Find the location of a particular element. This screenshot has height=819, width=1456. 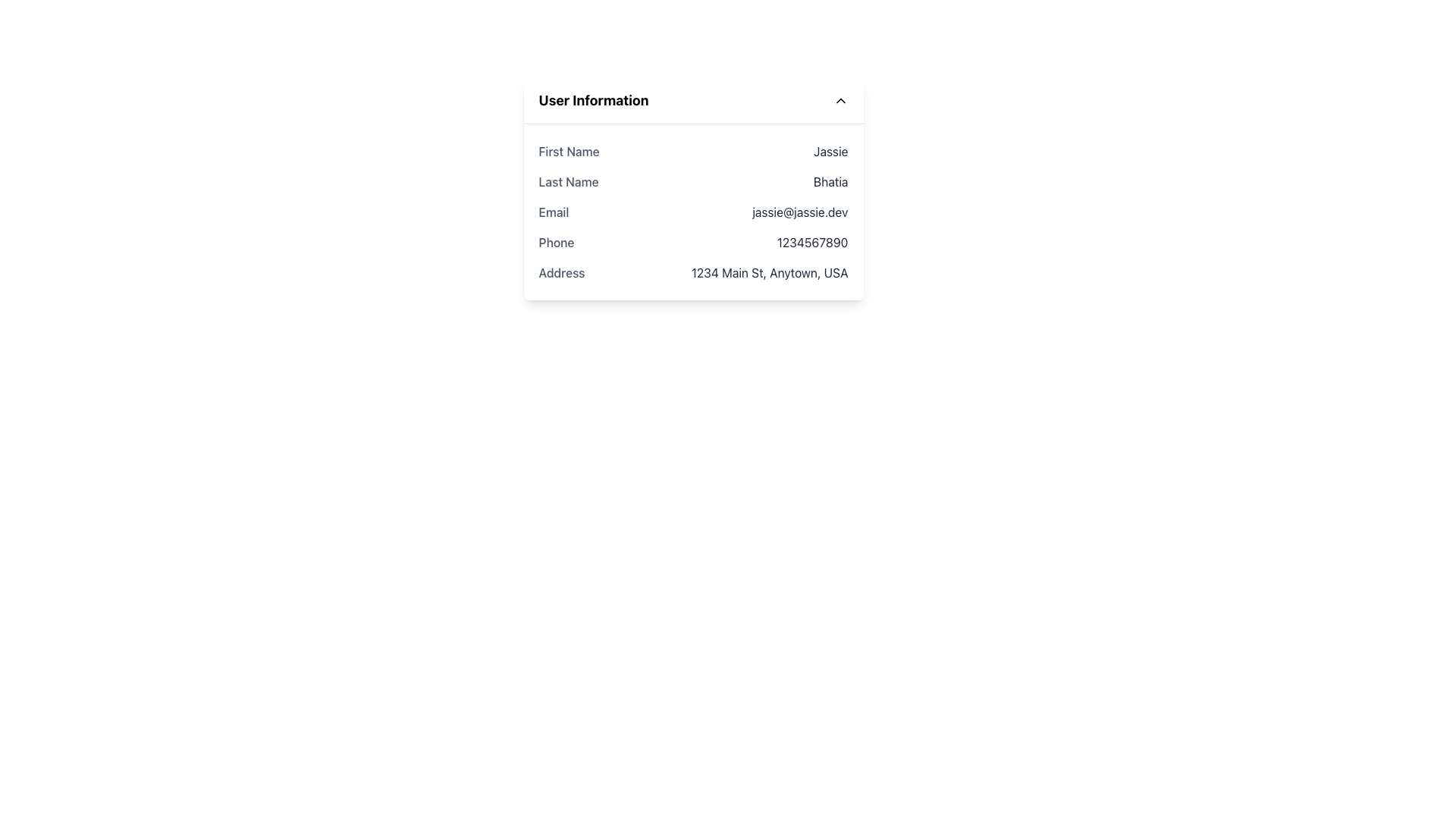

the 'Phone' text label in the 'User Information' section, which is styled with a medium font weight and gray coloring, located under the 'Email' row is located at coordinates (556, 242).